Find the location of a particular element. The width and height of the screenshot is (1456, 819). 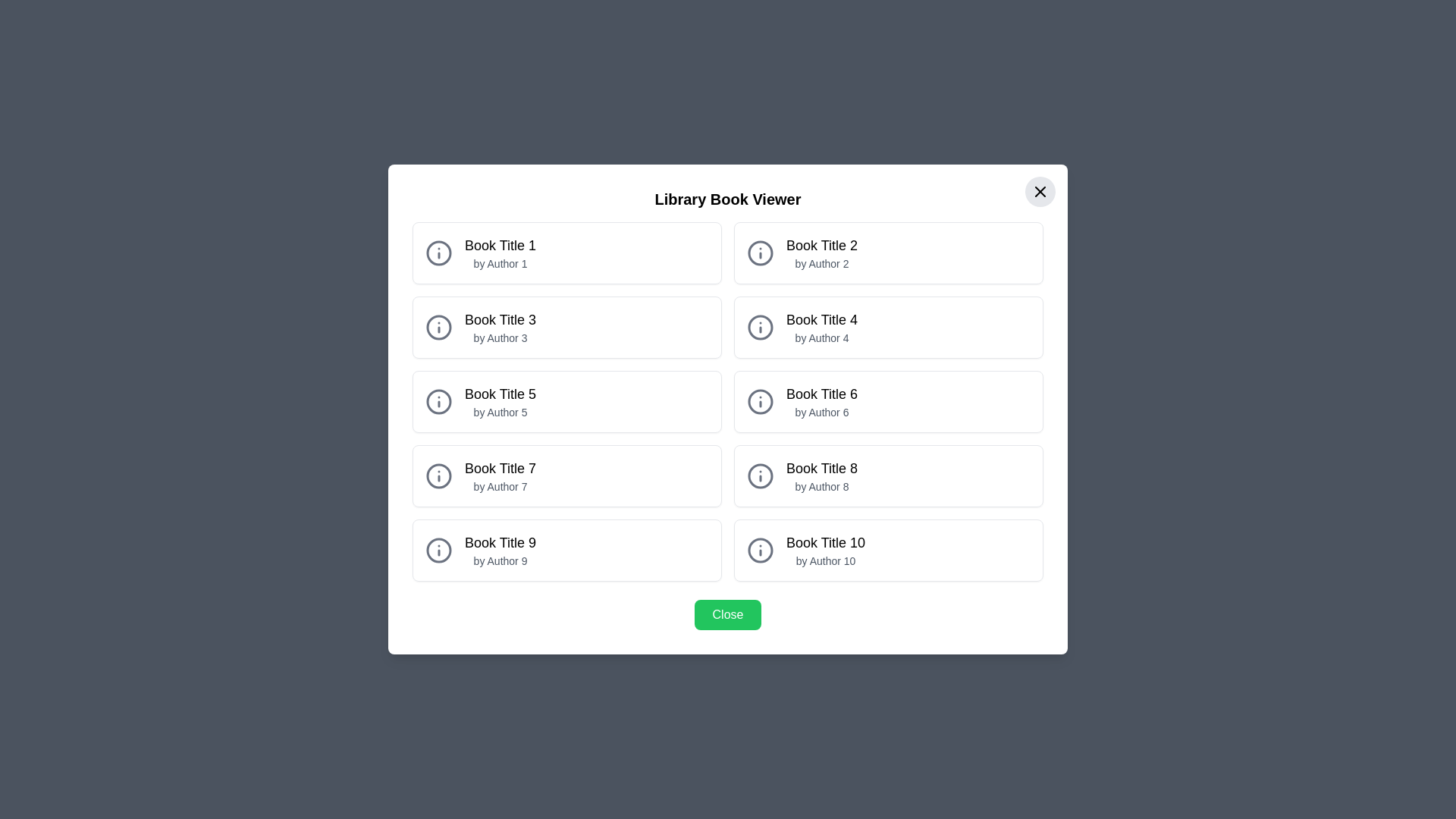

the top_close_button button to close the dialog is located at coordinates (1040, 191).